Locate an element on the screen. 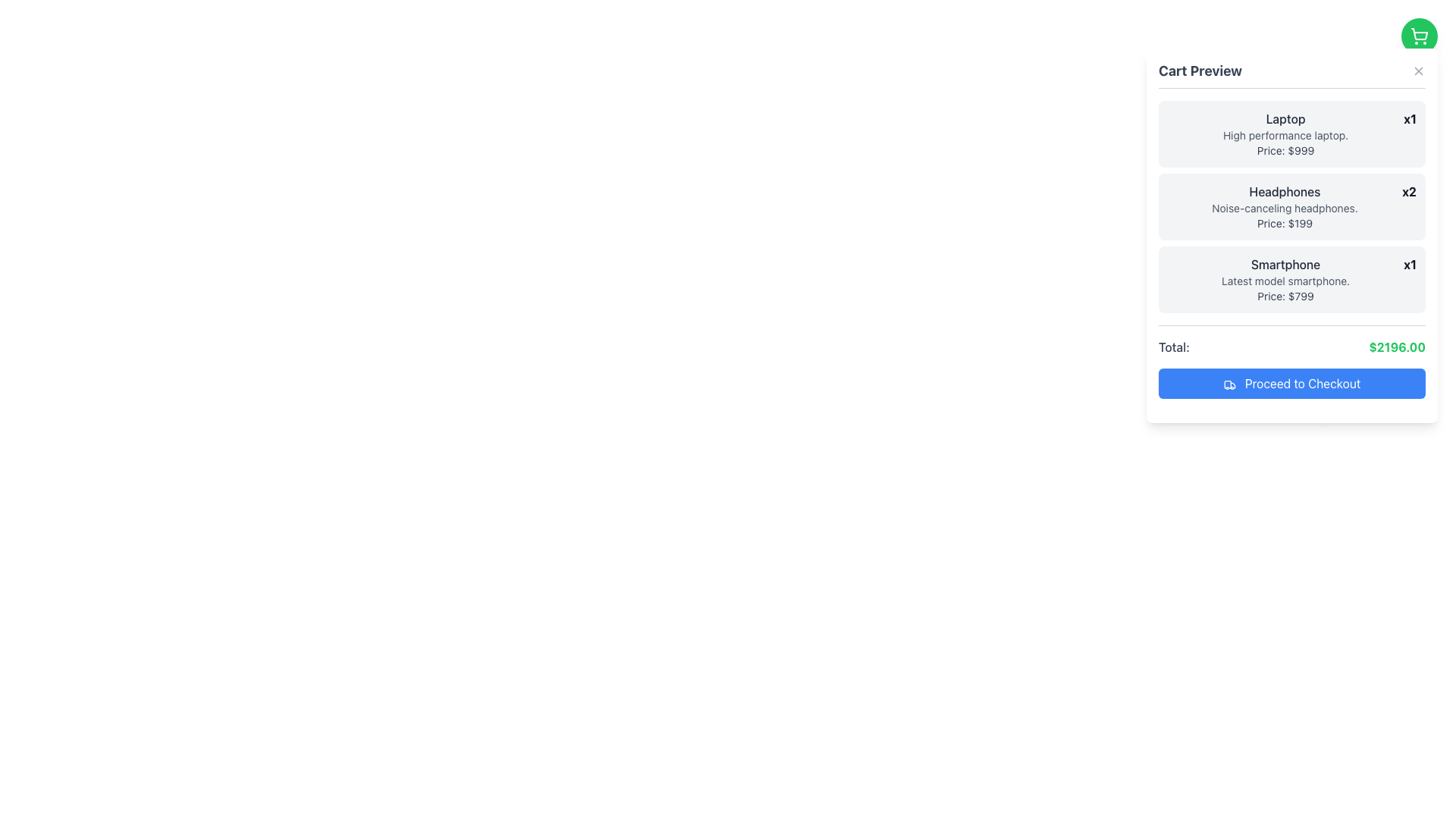 This screenshot has width=1456, height=819. the primary action button located at the bottom of the cart preview panel to proceed to checkout is located at coordinates (1291, 382).